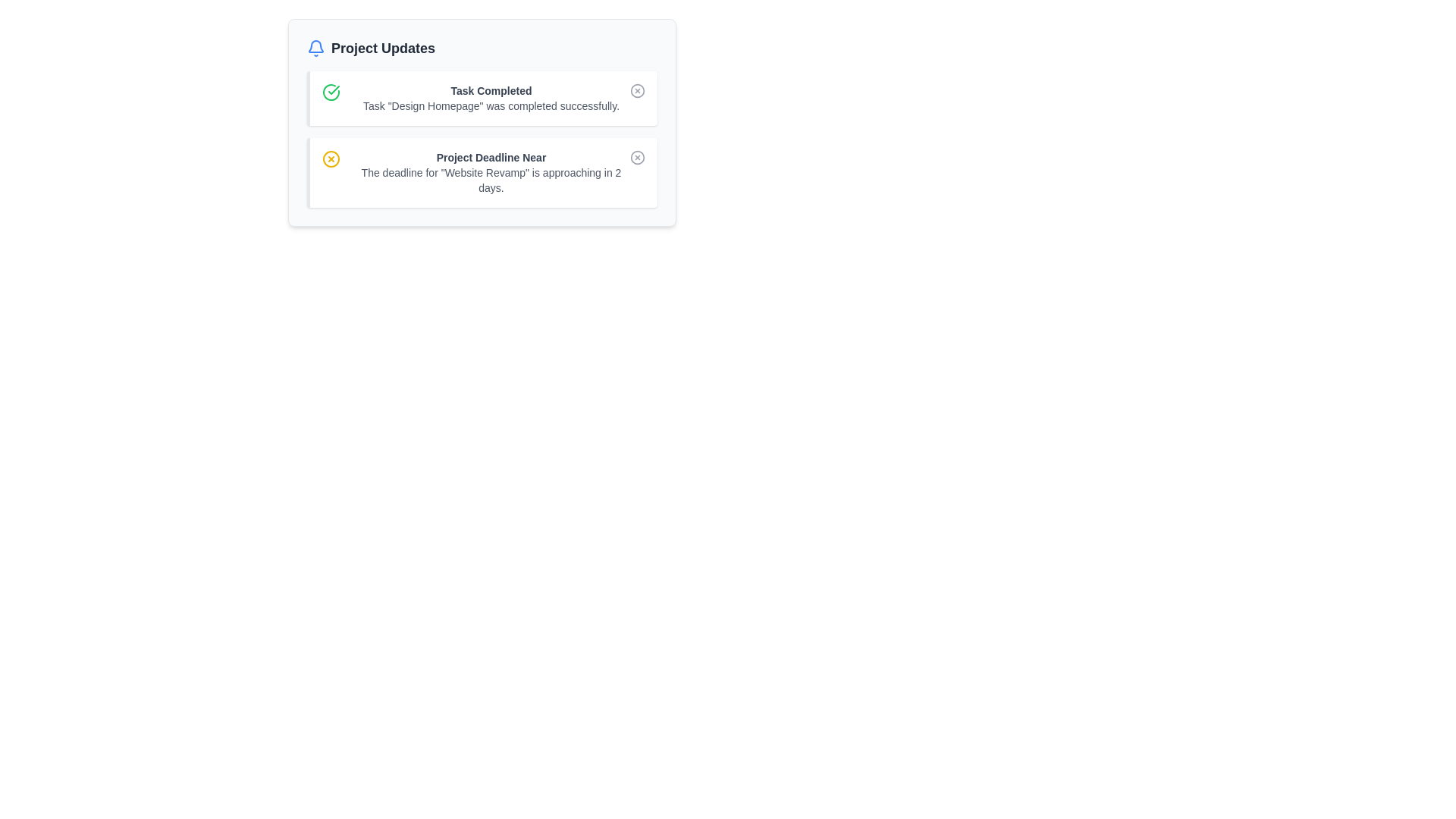 Image resolution: width=1456 pixels, height=819 pixels. I want to click on text content that informs users about the project deadline for the 'Website Revamp' project, located in the main content area of the second notification card in the 'Project Updates' panel, so click(491, 171).